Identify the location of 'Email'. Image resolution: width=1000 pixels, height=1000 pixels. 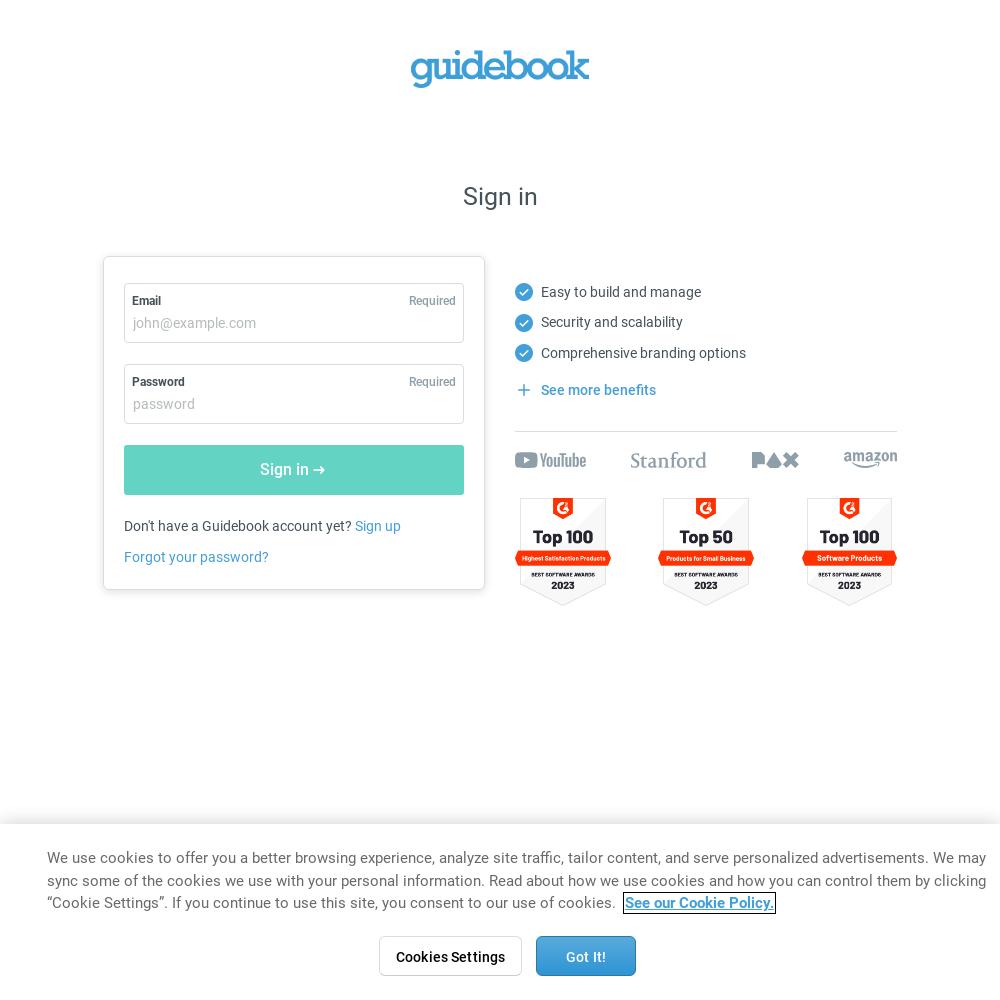
(146, 300).